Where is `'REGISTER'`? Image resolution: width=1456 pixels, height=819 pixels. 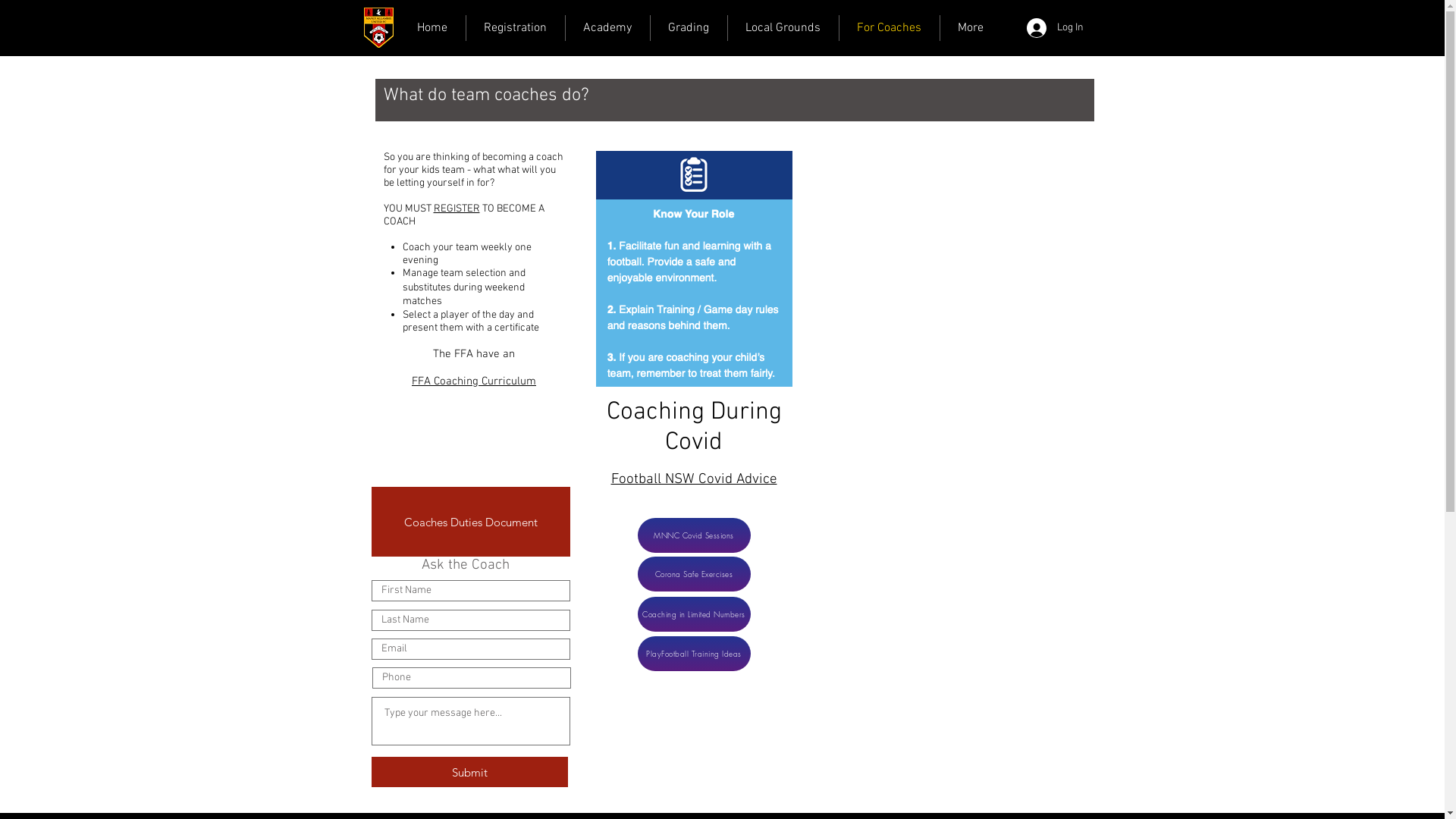
'REGISTER' is located at coordinates (432, 209).